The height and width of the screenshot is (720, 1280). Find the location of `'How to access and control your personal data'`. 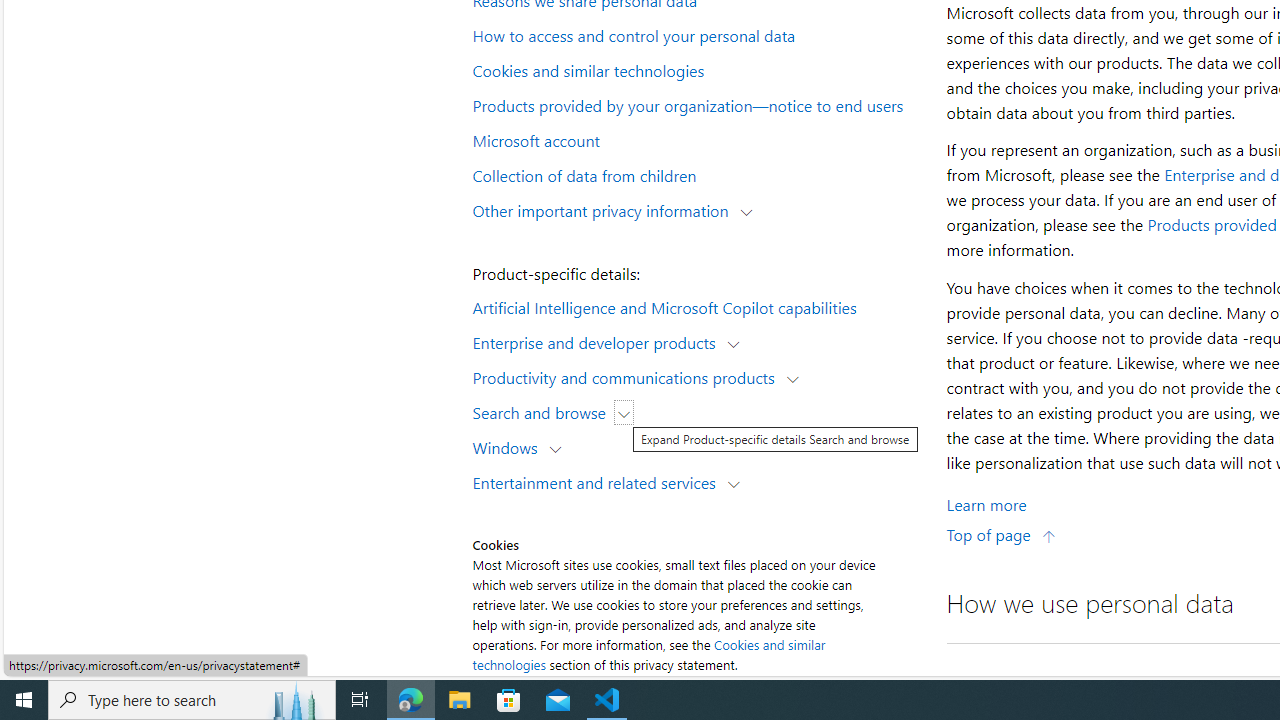

'How to access and control your personal data' is located at coordinates (696, 35).